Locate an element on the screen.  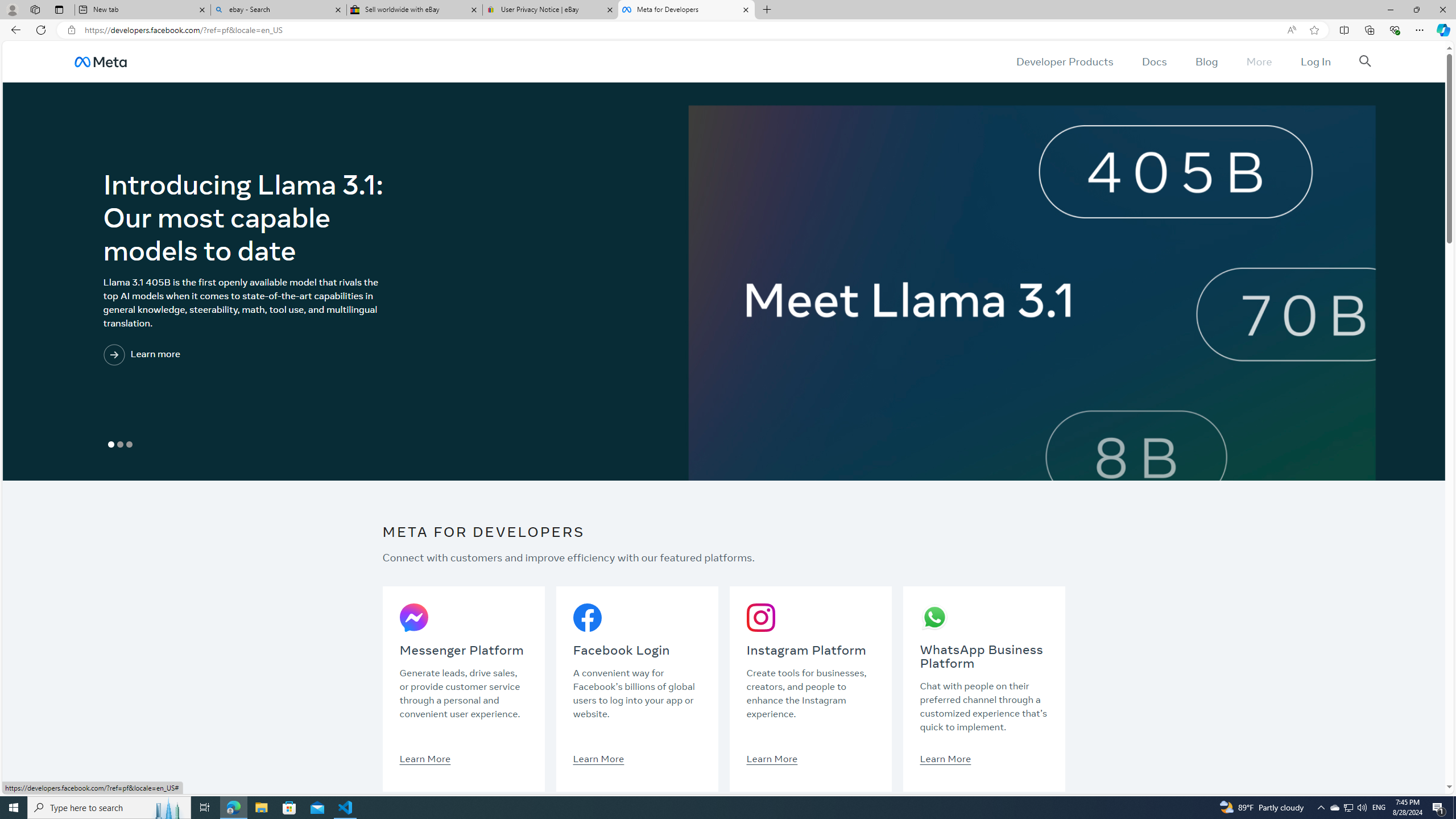
'Log In' is located at coordinates (1314, 61).